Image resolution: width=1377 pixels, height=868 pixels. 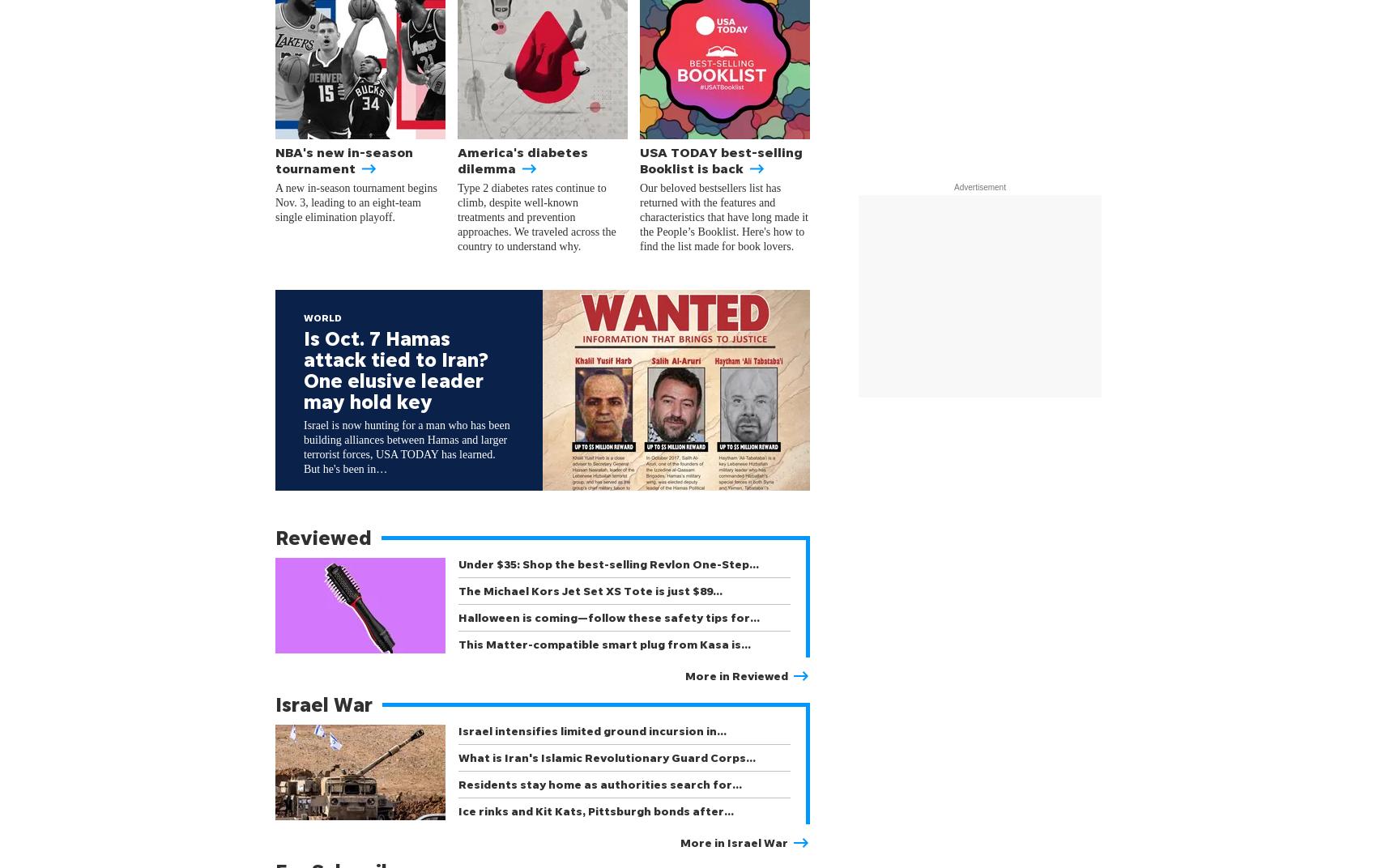 What do you see at coordinates (603, 644) in the screenshot?
I see `'This Matter-compatible smart plug from Kasa is…'` at bounding box center [603, 644].